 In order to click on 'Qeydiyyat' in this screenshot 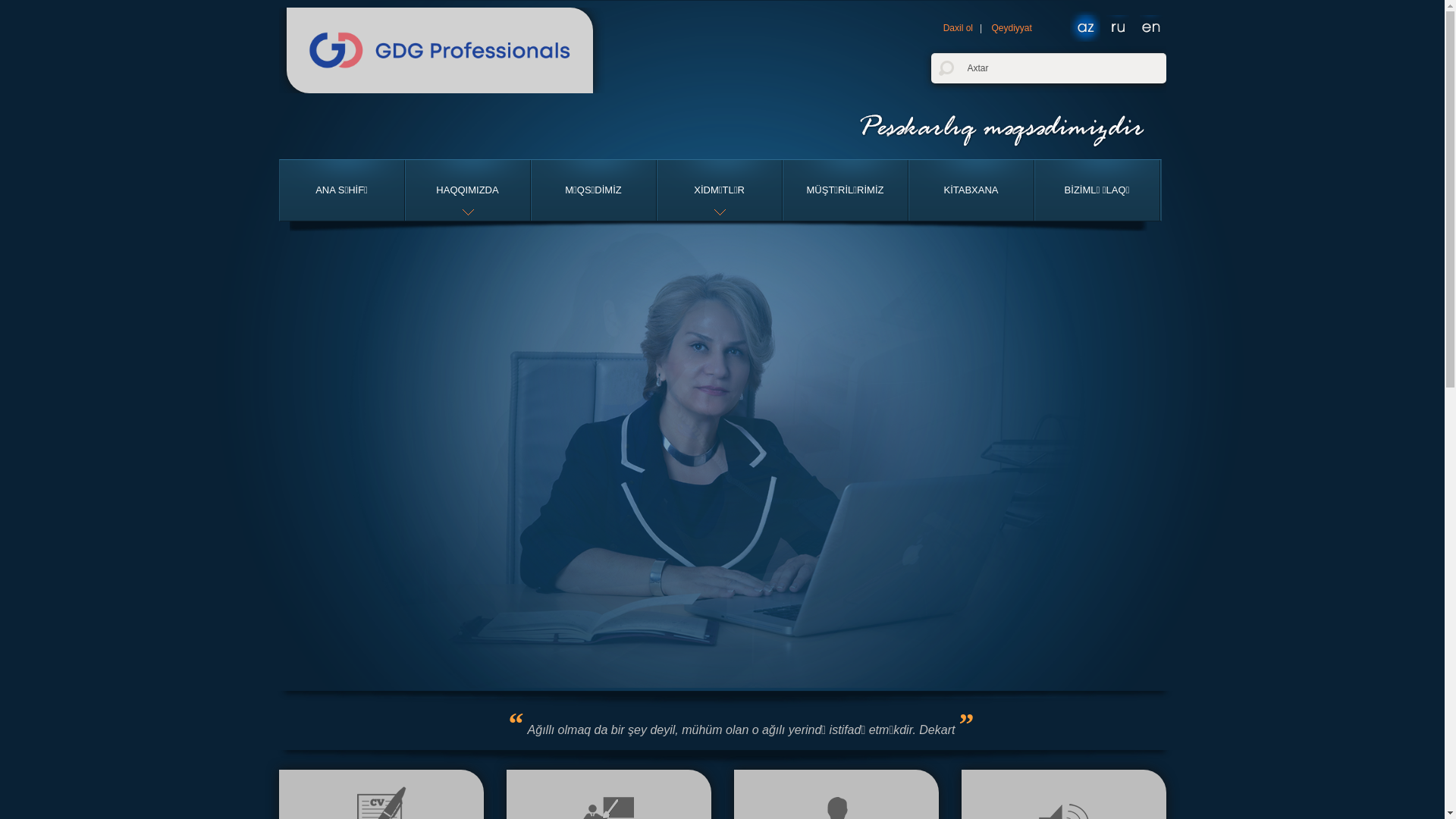, I will do `click(1011, 28)`.